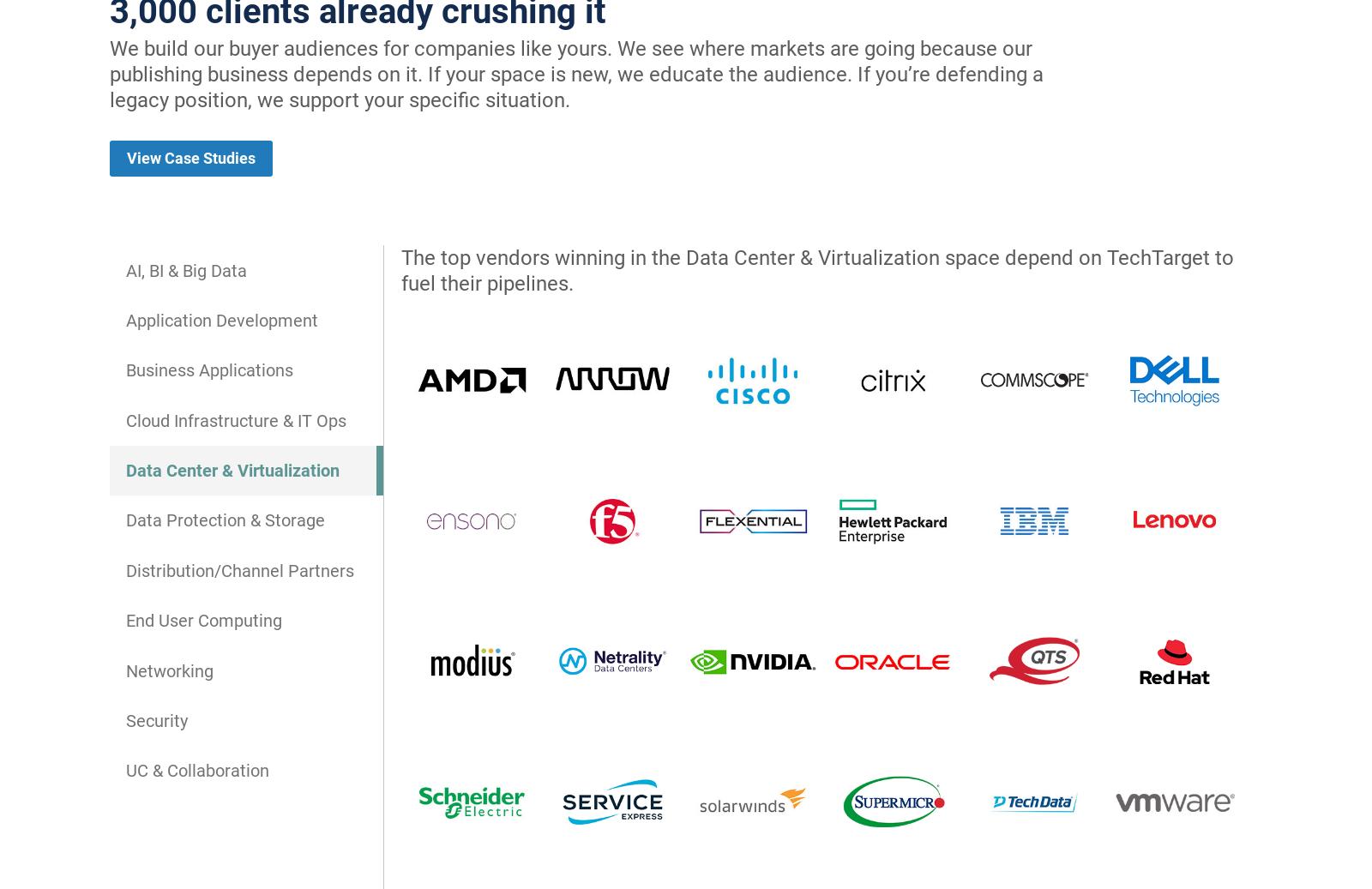 This screenshot has width=1372, height=889. I want to click on 'We build our buyer audiences for companies like yours. We see where markets are going because our publishing business depends on it. If your space is new, we educate the audience. If you’re defending a legacy position, we support your specific situation.', so click(109, 74).